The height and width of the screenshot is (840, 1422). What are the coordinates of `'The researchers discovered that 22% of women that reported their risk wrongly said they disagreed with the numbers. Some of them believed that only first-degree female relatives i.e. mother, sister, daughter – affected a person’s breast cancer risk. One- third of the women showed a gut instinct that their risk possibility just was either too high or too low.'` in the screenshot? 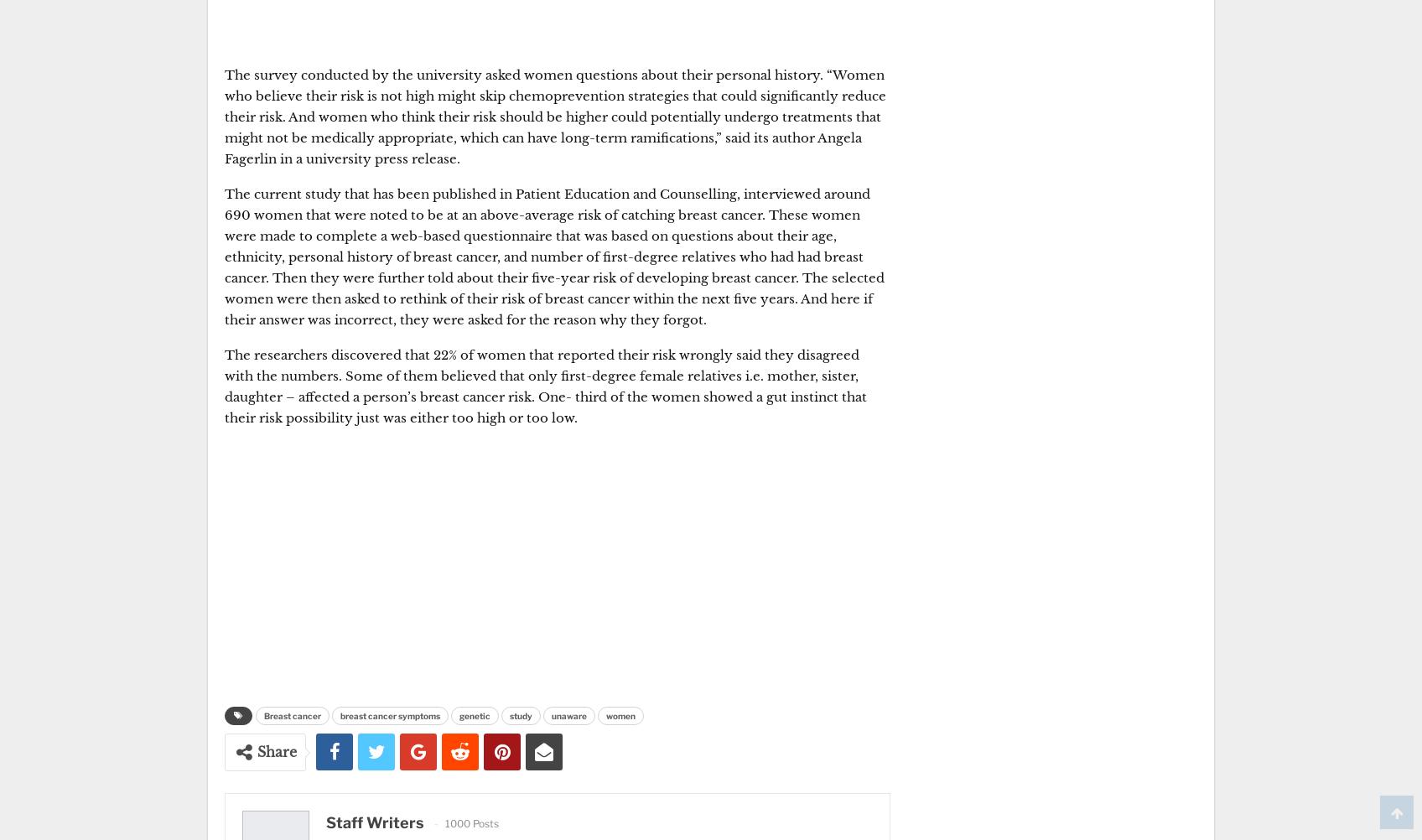 It's located at (544, 386).